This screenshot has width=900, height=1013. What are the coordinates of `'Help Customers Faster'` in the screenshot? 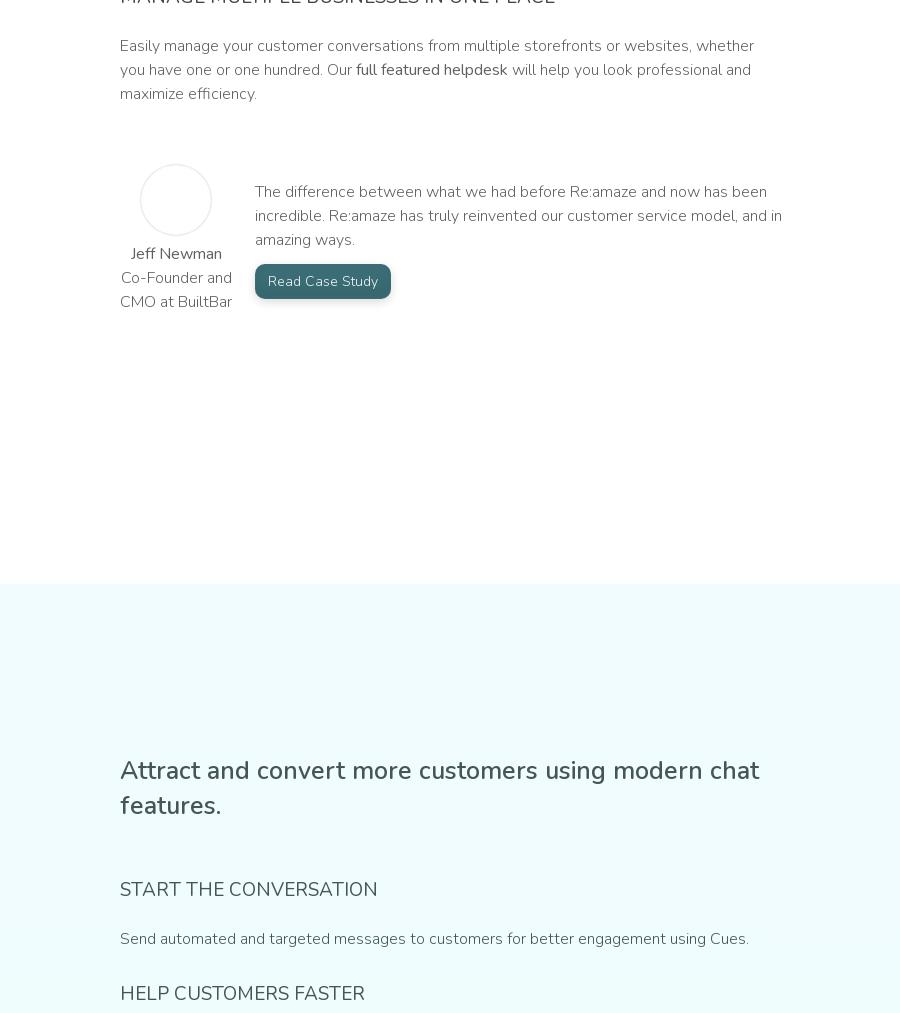 It's located at (241, 993).